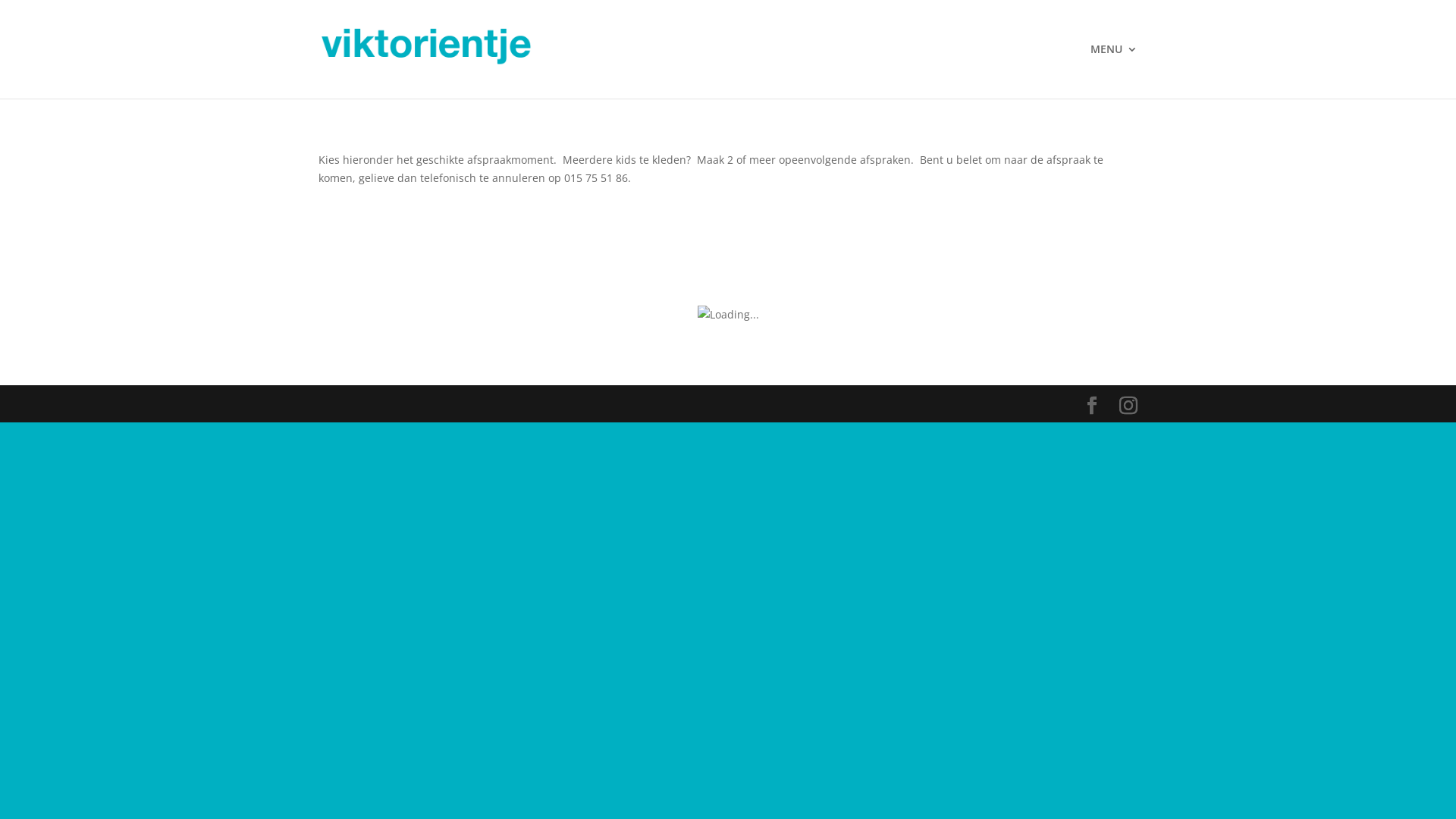 This screenshot has height=819, width=1456. Describe the element at coordinates (1113, 71) in the screenshot. I see `'MENU'` at that location.